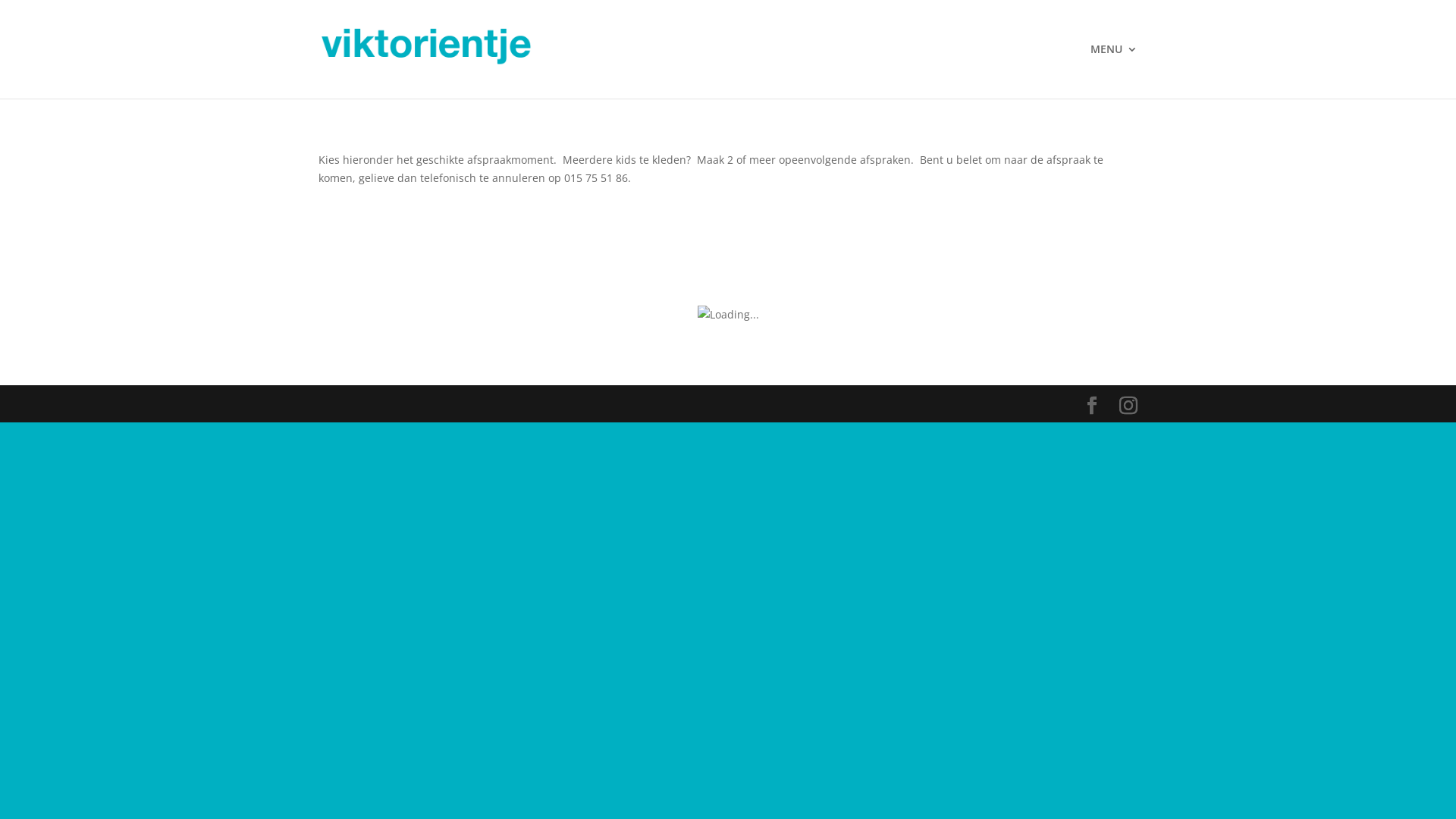 This screenshot has height=819, width=1456. Describe the element at coordinates (1113, 71) in the screenshot. I see `'MENU'` at that location.